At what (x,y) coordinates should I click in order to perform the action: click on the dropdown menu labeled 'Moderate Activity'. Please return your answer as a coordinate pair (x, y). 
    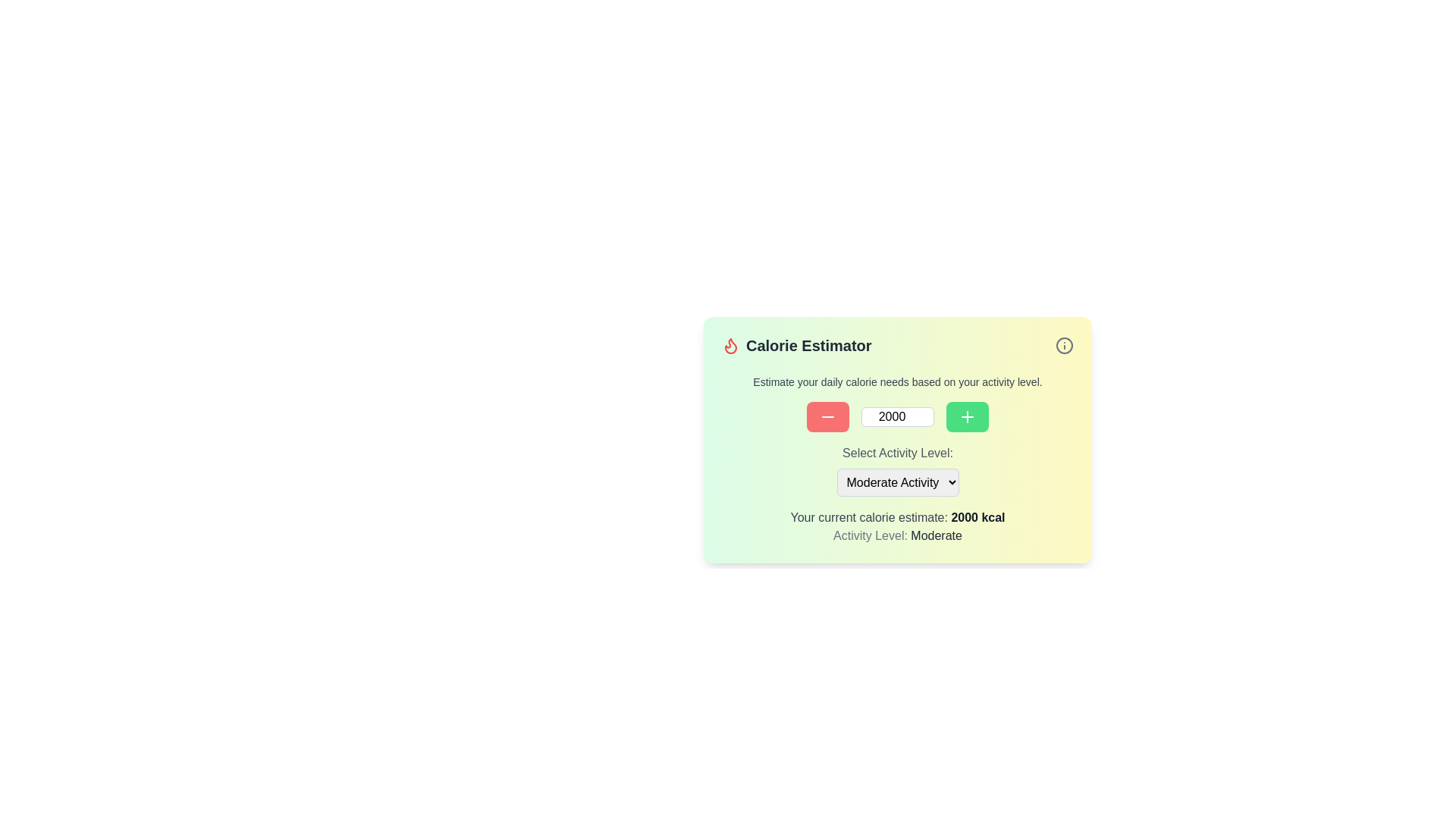
    Looking at the image, I should click on (898, 482).